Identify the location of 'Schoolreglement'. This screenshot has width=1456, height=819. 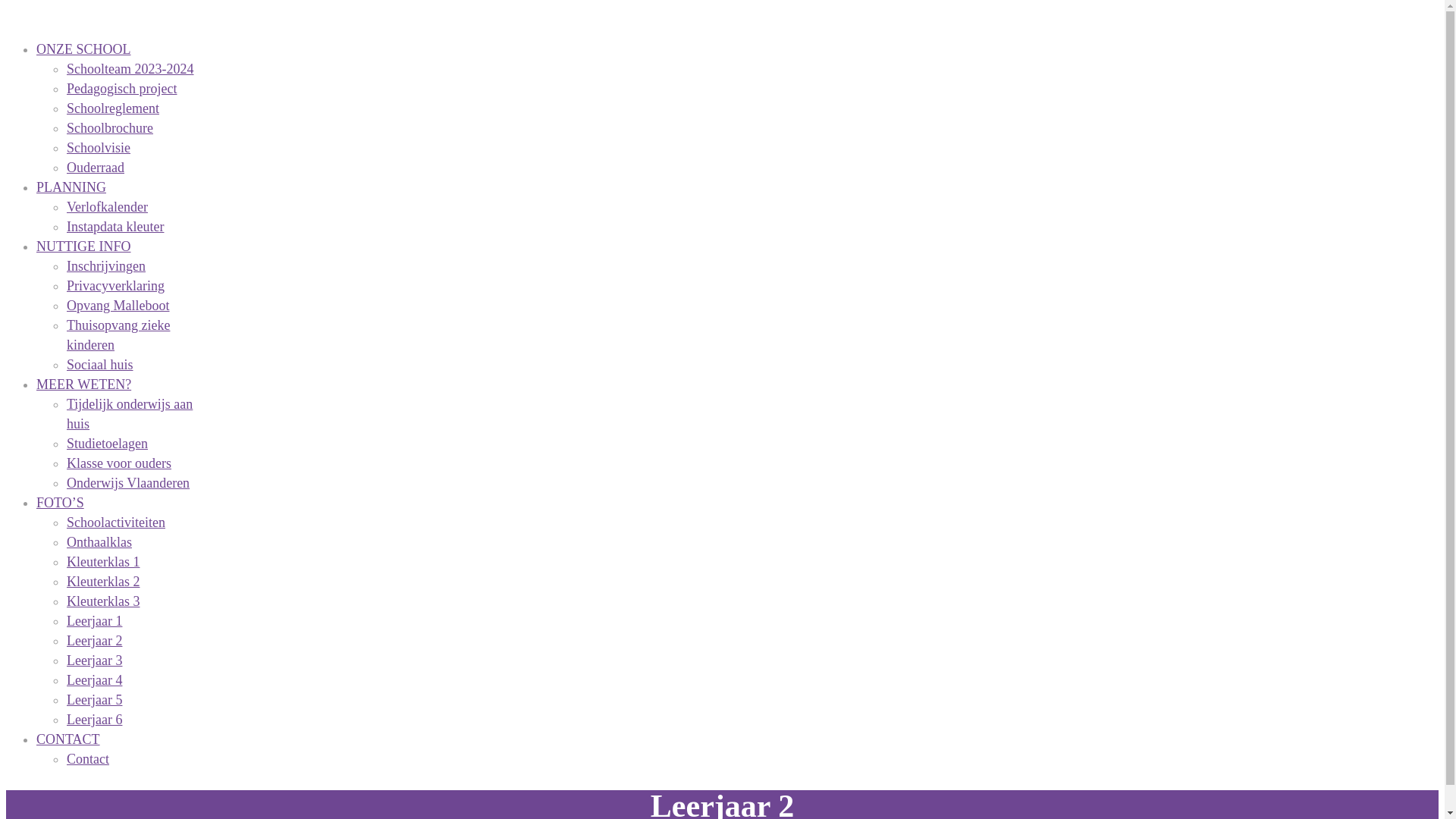
(65, 107).